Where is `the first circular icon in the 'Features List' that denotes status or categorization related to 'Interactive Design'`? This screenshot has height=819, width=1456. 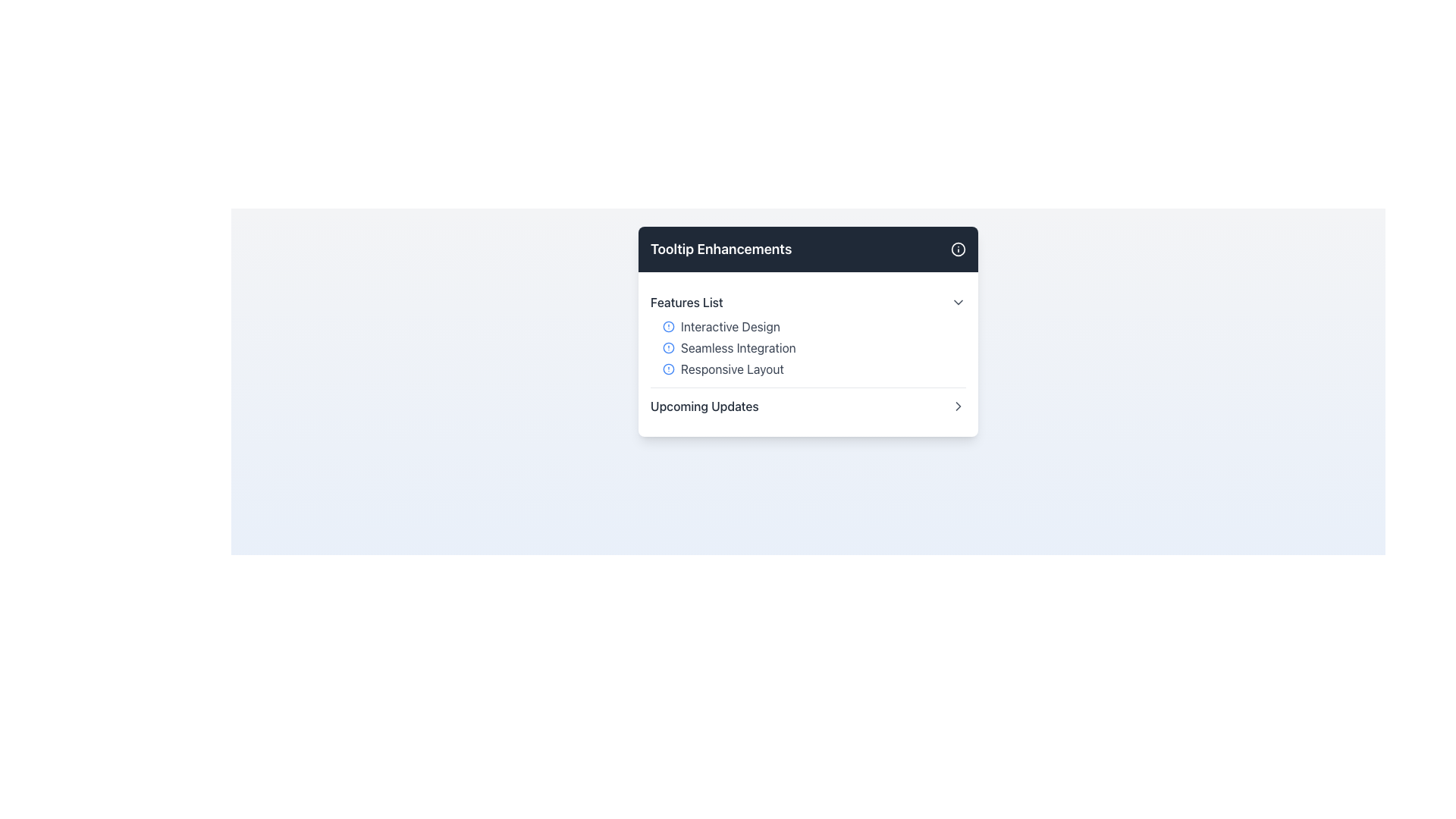
the first circular icon in the 'Features List' that denotes status or categorization related to 'Interactive Design' is located at coordinates (668, 326).